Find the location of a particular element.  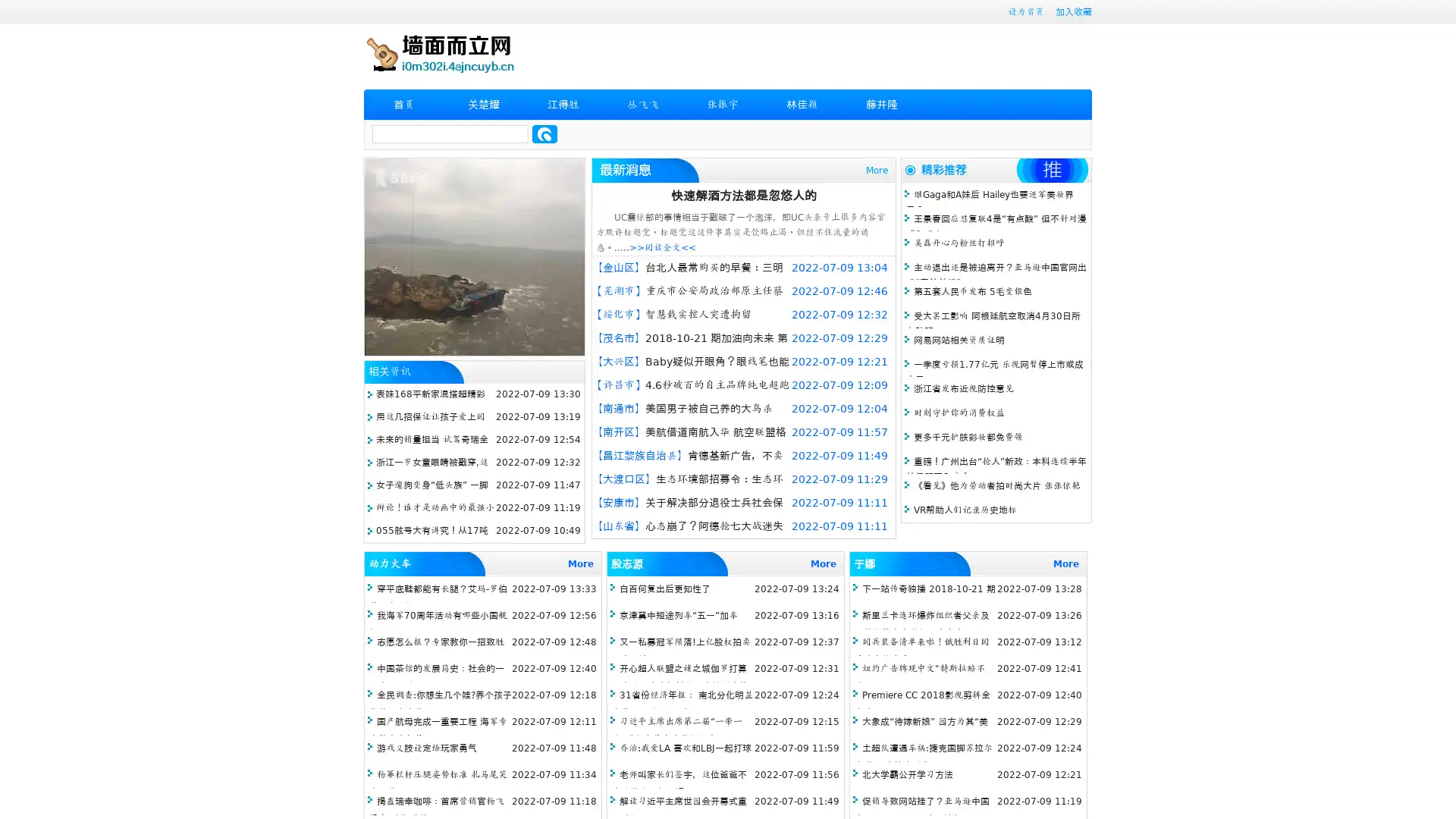

Search is located at coordinates (544, 133).